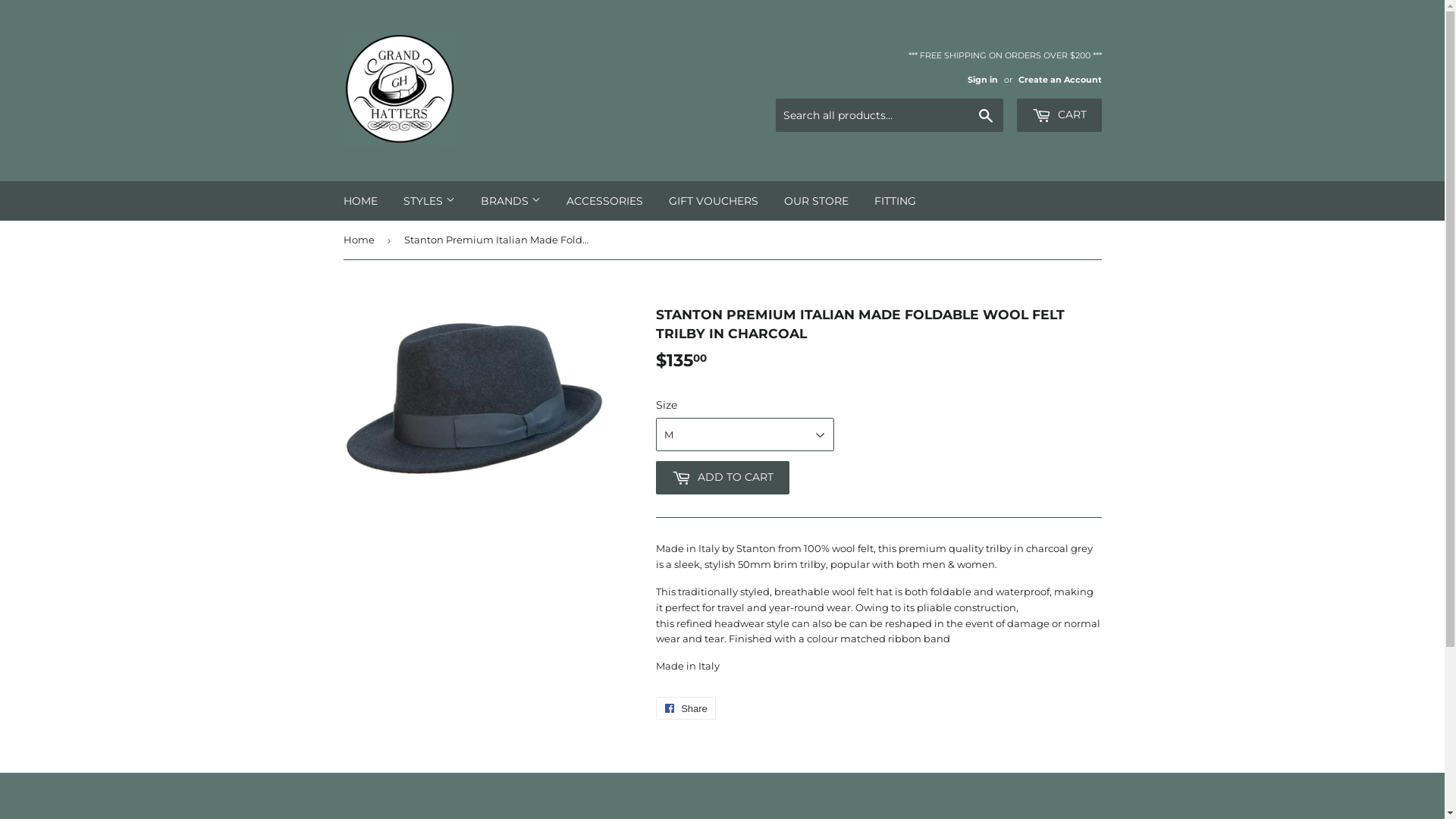 Image resolution: width=1456 pixels, height=819 pixels. What do you see at coordinates (814, 200) in the screenshot?
I see `'OUR STORE'` at bounding box center [814, 200].